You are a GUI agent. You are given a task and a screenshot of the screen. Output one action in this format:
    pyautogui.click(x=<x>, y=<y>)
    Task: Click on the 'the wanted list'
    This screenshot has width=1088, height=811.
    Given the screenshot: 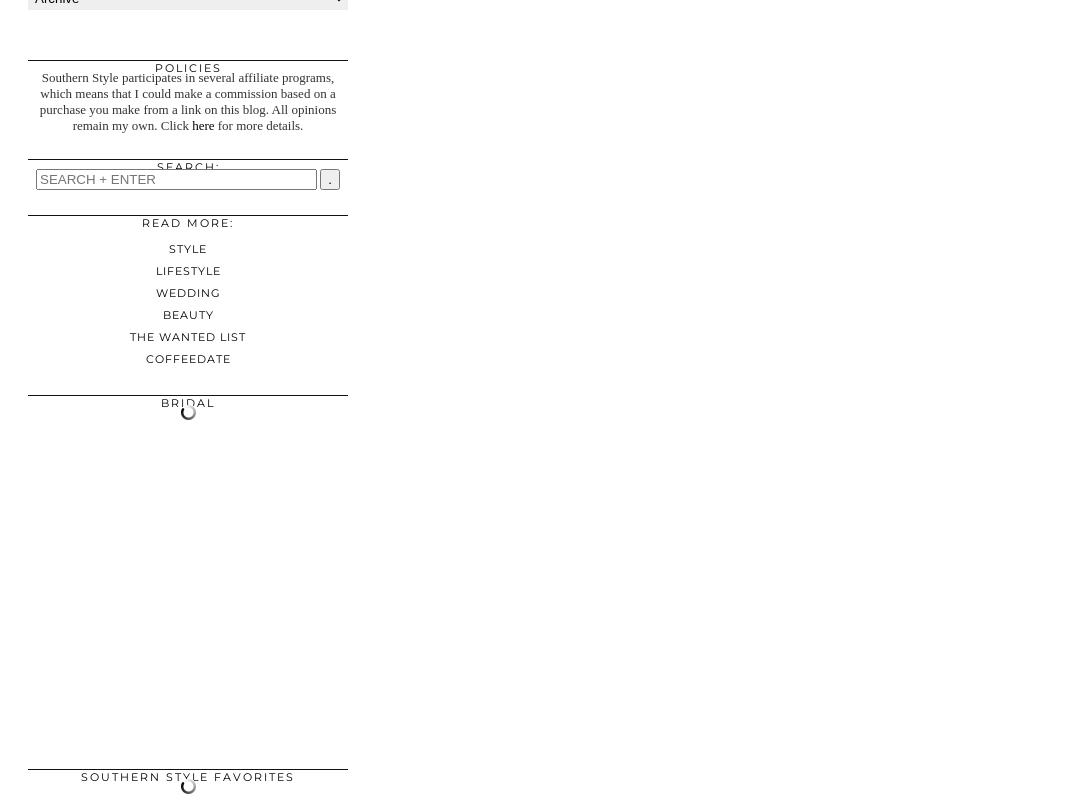 What is the action you would take?
    pyautogui.click(x=187, y=336)
    